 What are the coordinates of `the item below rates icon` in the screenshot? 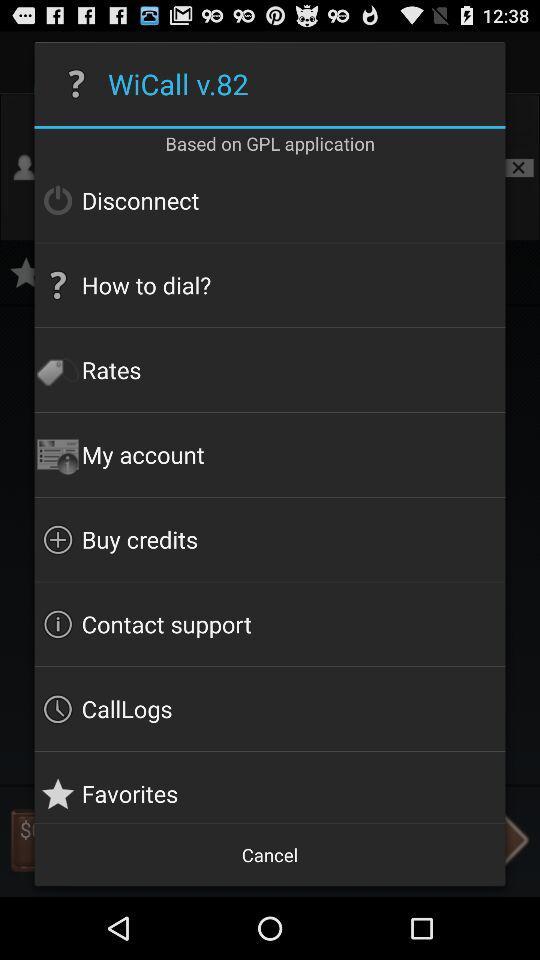 It's located at (270, 454).